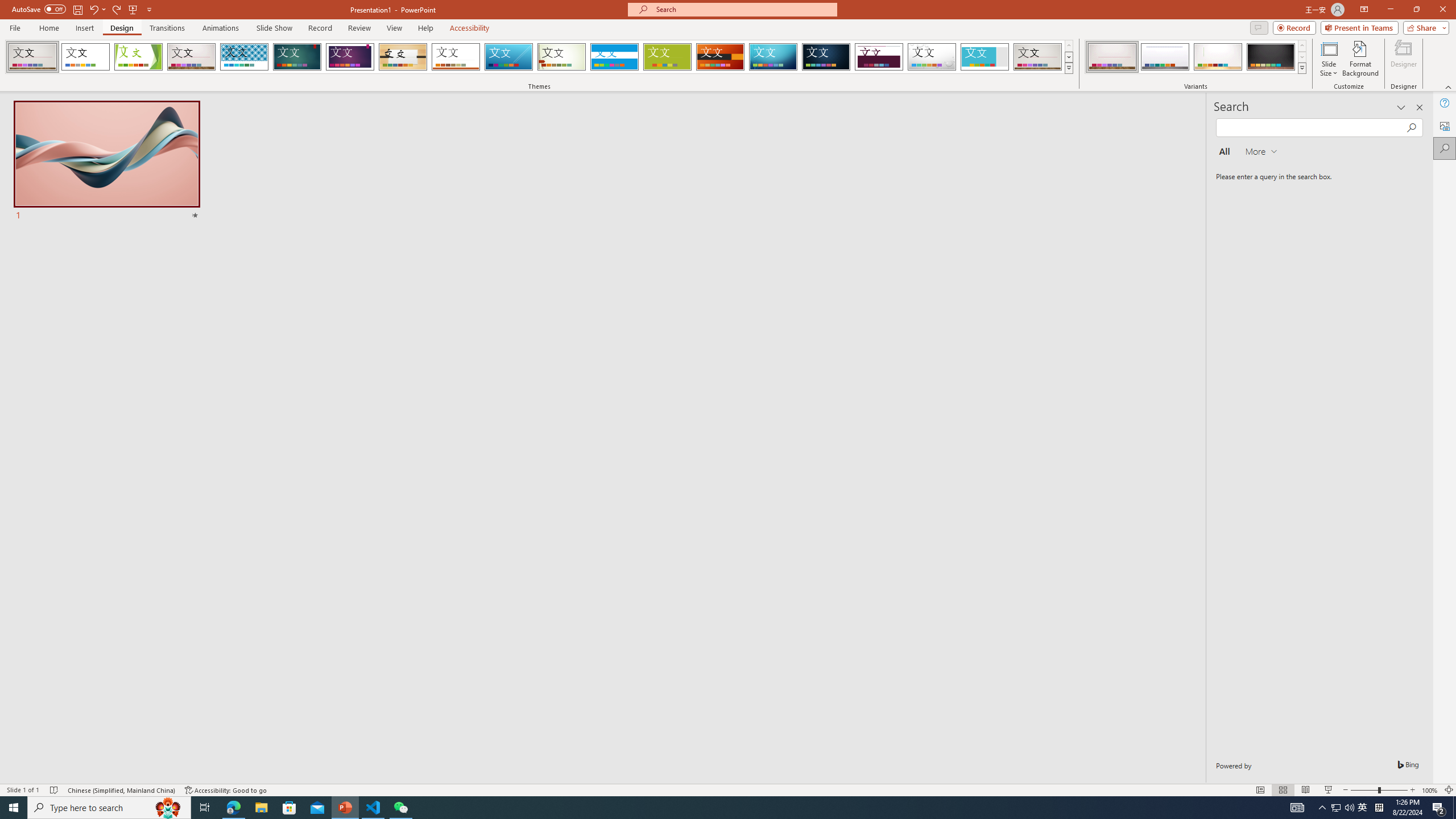 The image size is (1456, 819). I want to click on 'Banded', so click(614, 56).